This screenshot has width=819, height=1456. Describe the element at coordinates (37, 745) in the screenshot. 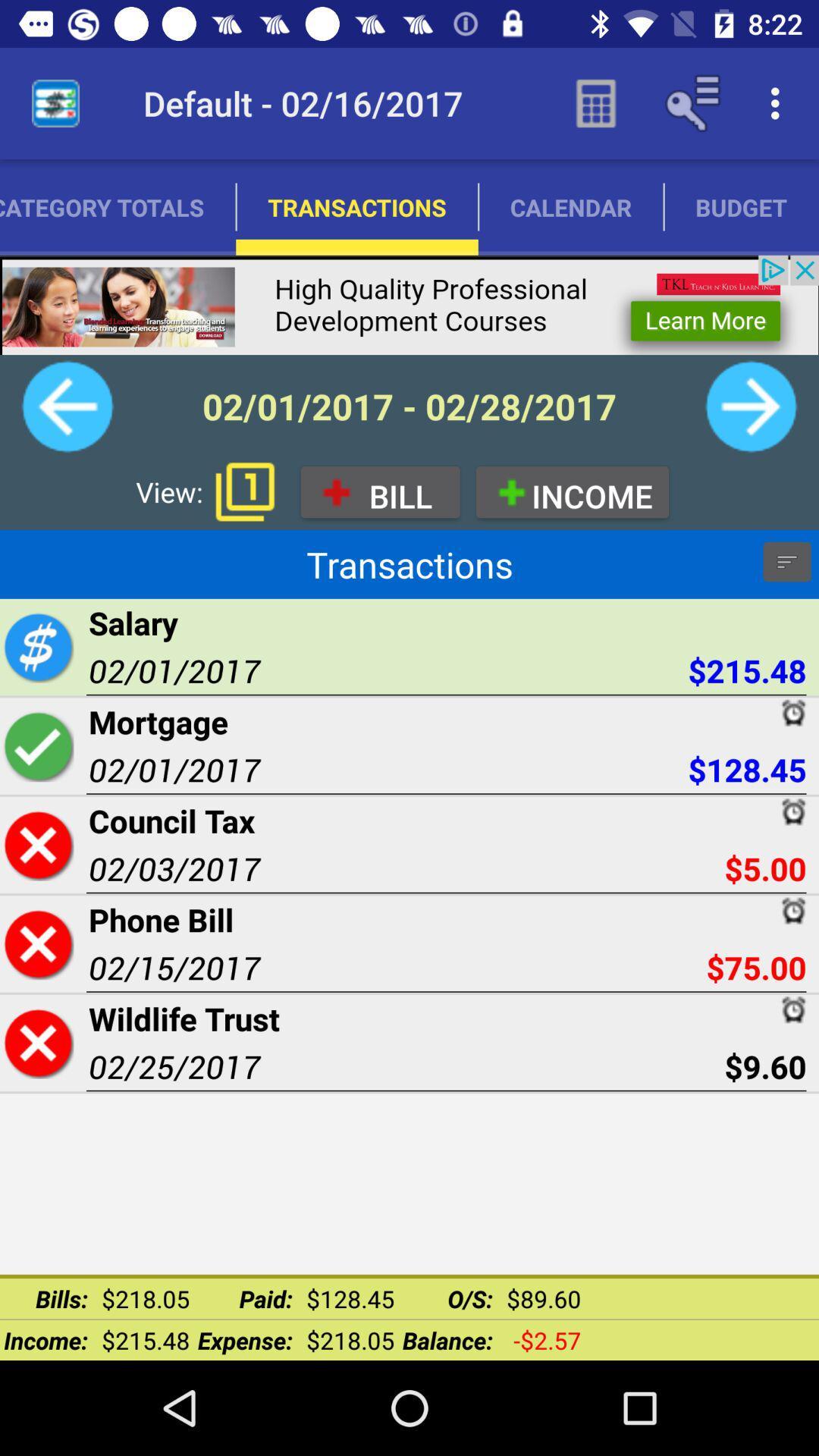

I see `transaction` at that location.